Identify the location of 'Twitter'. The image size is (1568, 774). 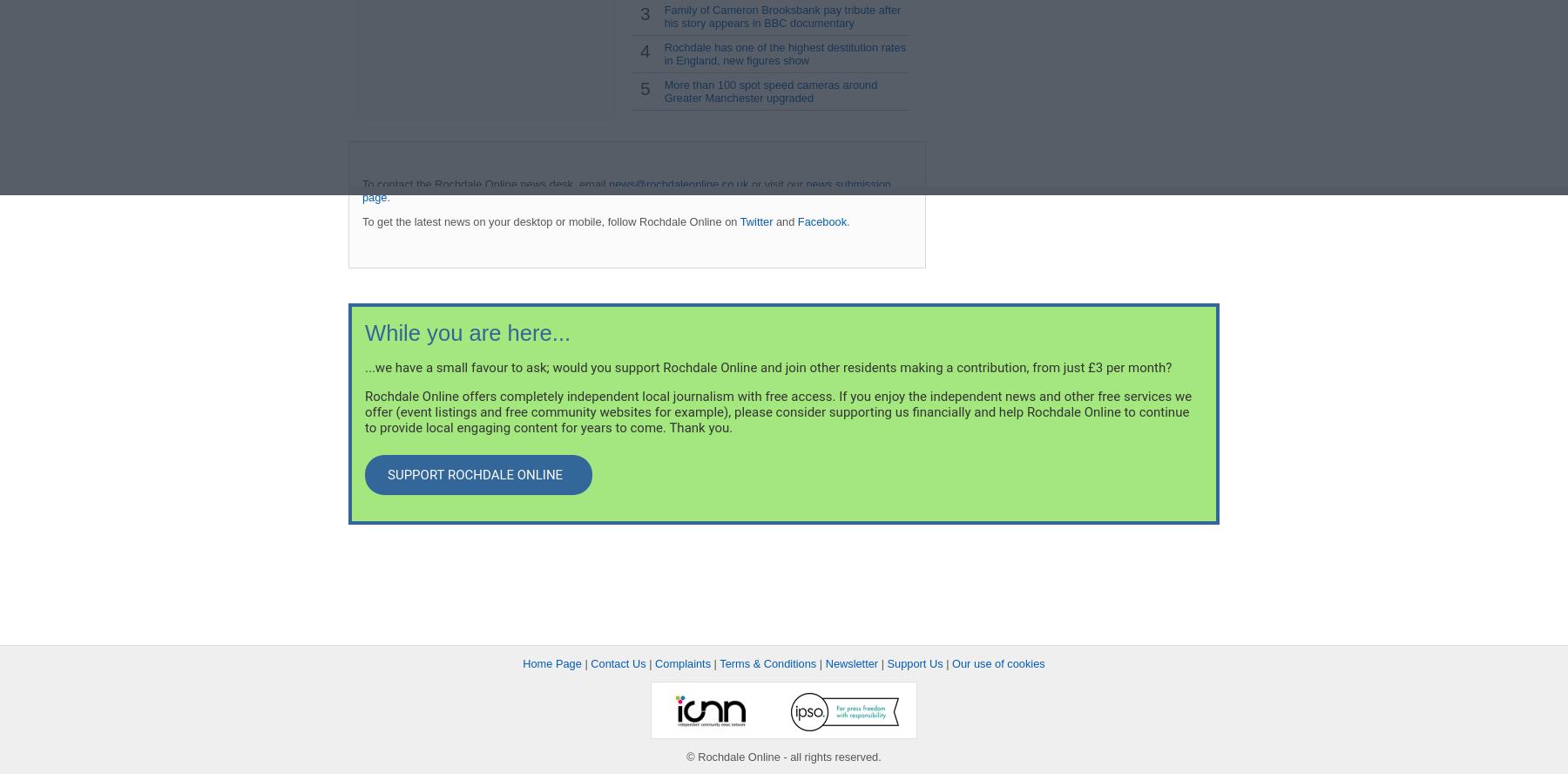
(740, 221).